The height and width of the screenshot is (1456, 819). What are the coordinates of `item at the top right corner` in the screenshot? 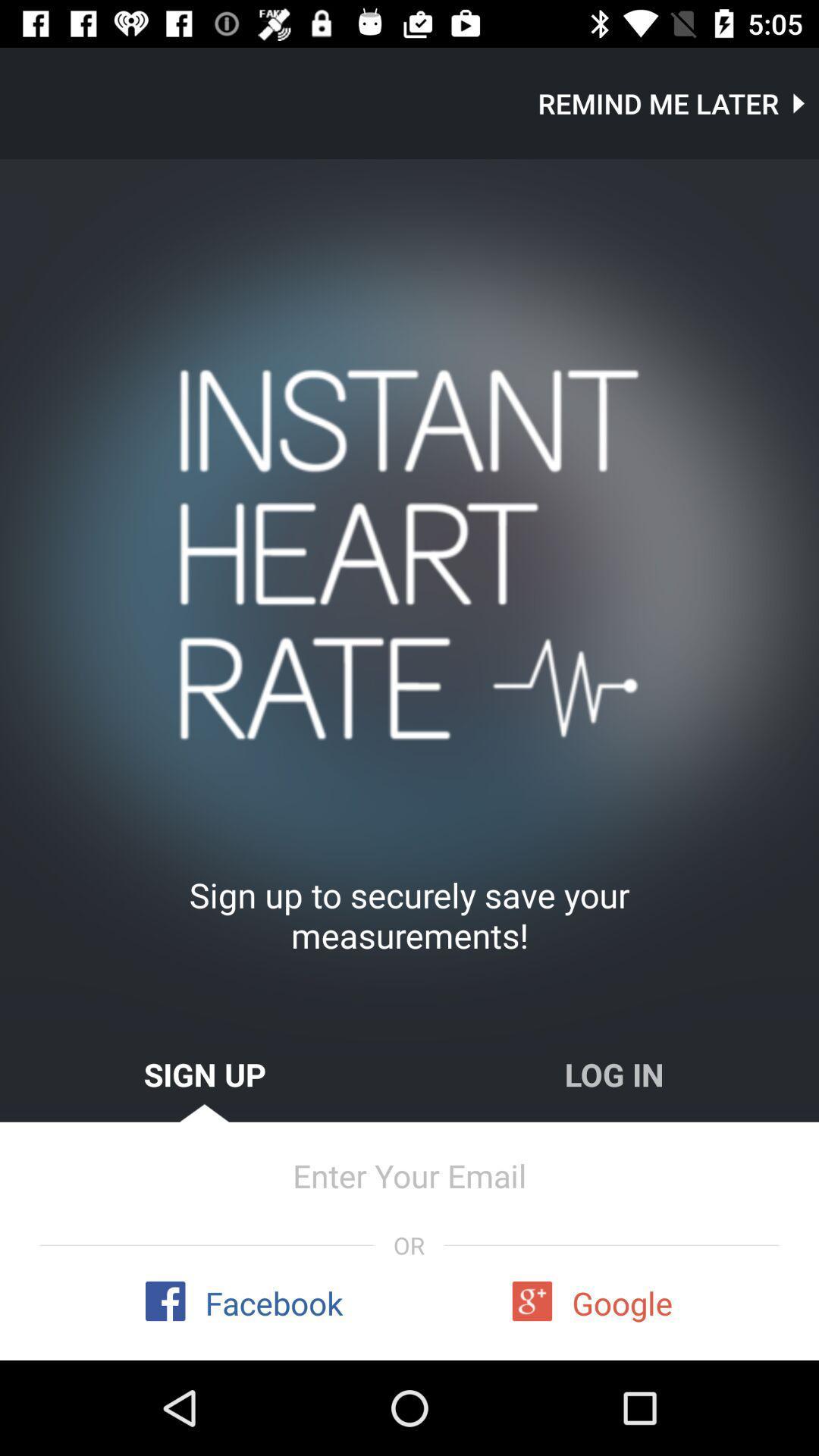 It's located at (677, 102).